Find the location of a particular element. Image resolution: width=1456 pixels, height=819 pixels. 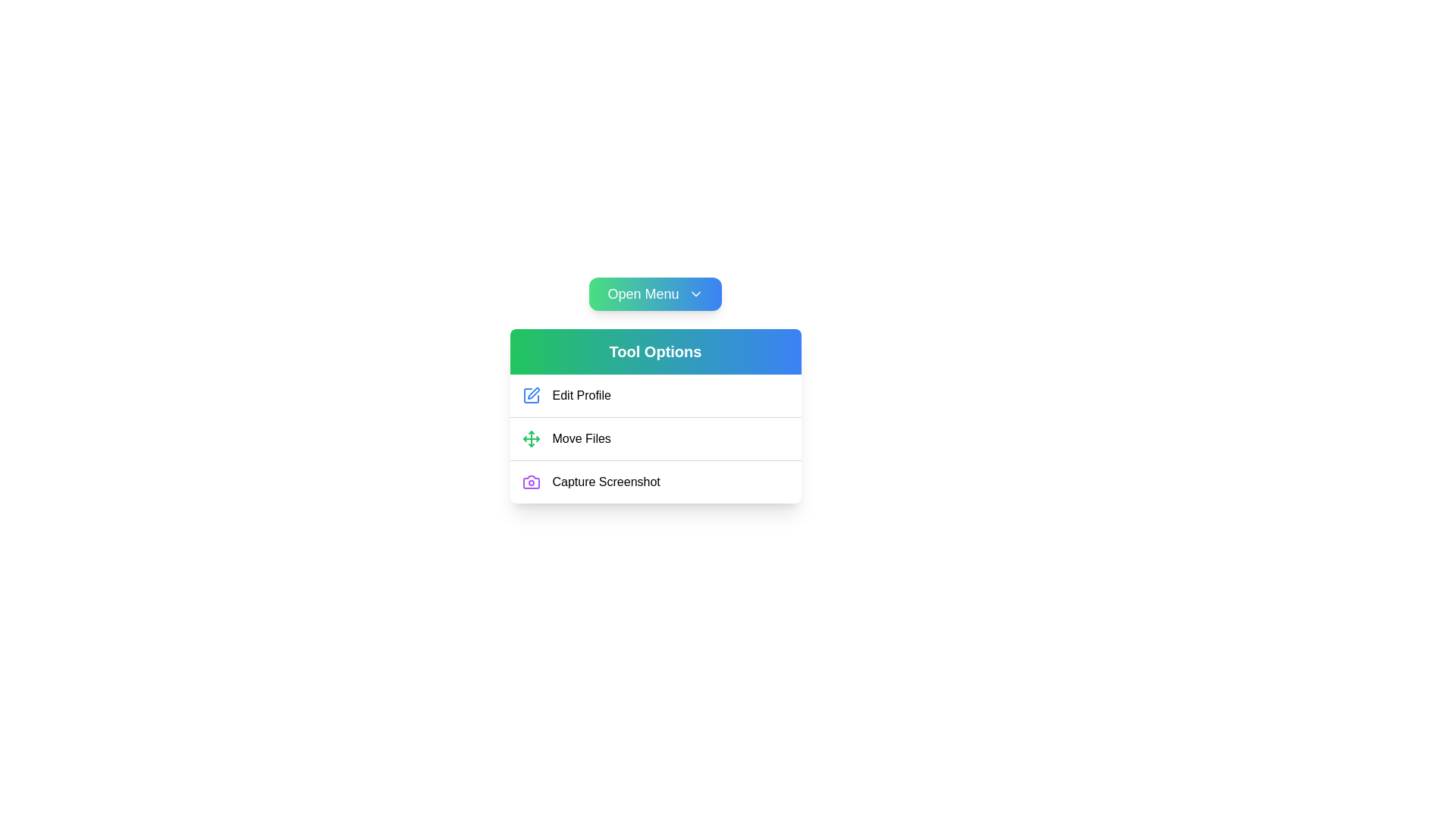

the 'Edit Profile' text label located in the 'Tool Options' dropdown menu is located at coordinates (581, 394).